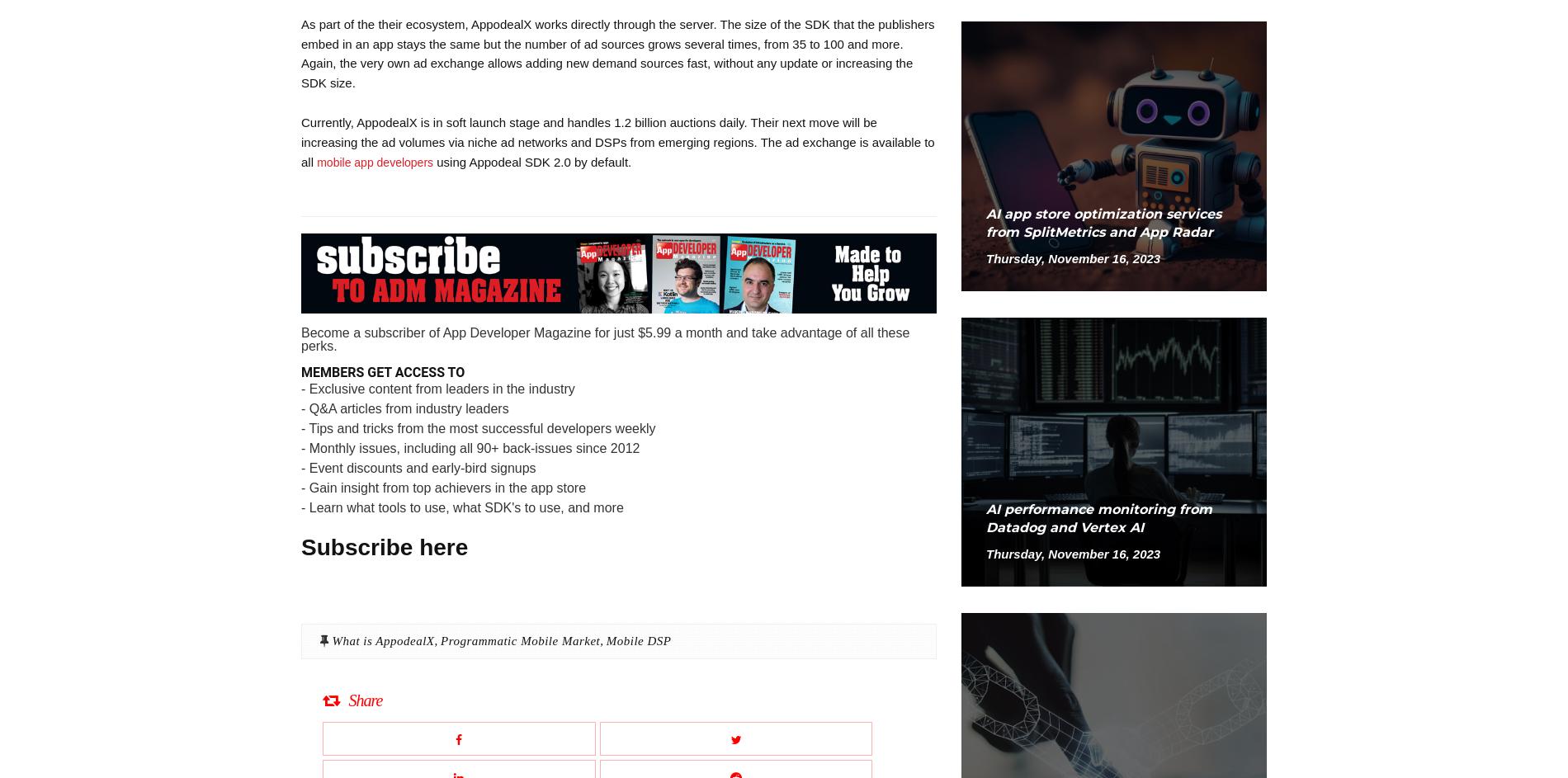  Describe the element at coordinates (300, 371) in the screenshot. I see `'MEMBERS GET ACCESS TO'` at that location.